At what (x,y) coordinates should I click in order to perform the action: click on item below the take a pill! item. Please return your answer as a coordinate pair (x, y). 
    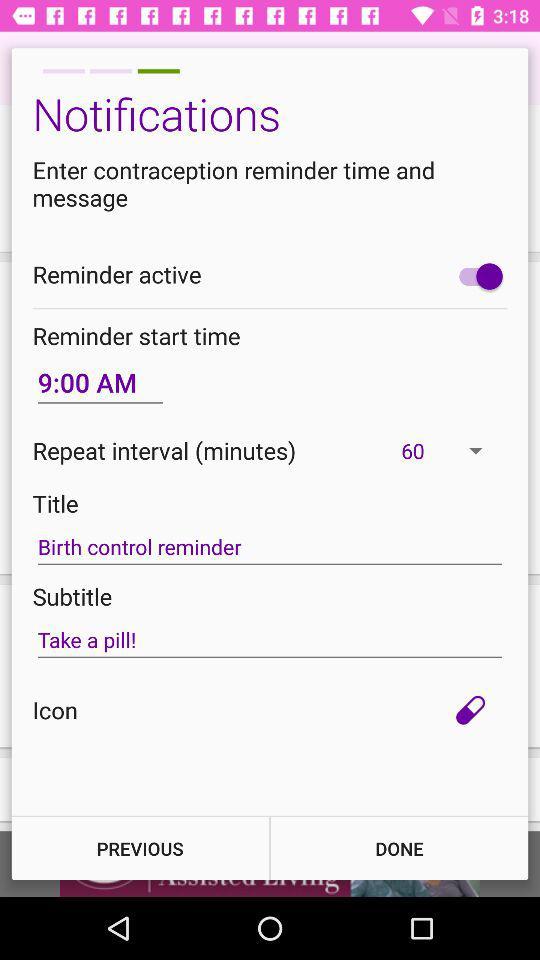
    Looking at the image, I should click on (470, 710).